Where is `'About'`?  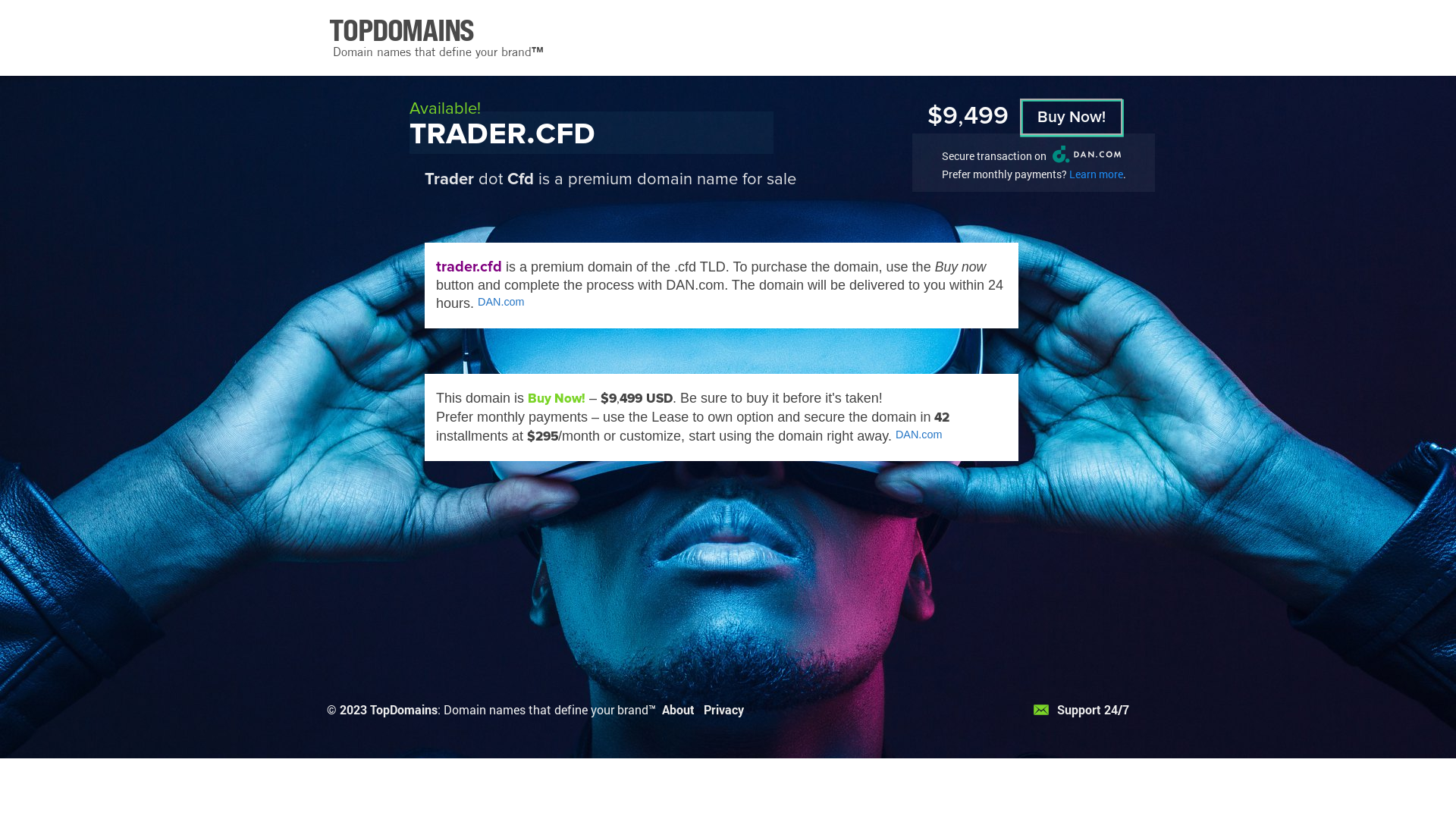
'About' is located at coordinates (677, 709).